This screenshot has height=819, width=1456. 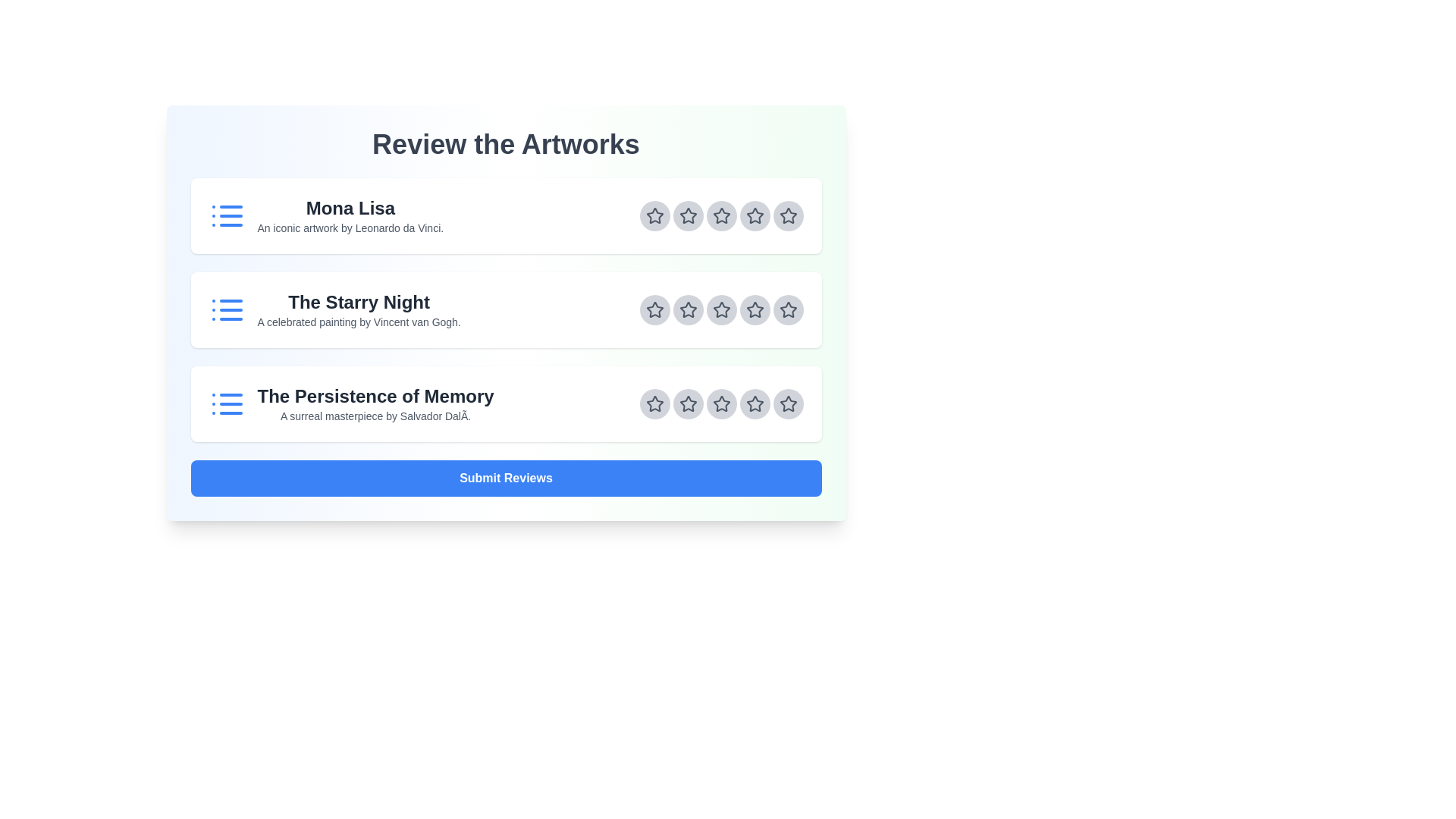 What do you see at coordinates (226, 403) in the screenshot?
I see `the artwork icon for The Persistence of Memory` at bounding box center [226, 403].